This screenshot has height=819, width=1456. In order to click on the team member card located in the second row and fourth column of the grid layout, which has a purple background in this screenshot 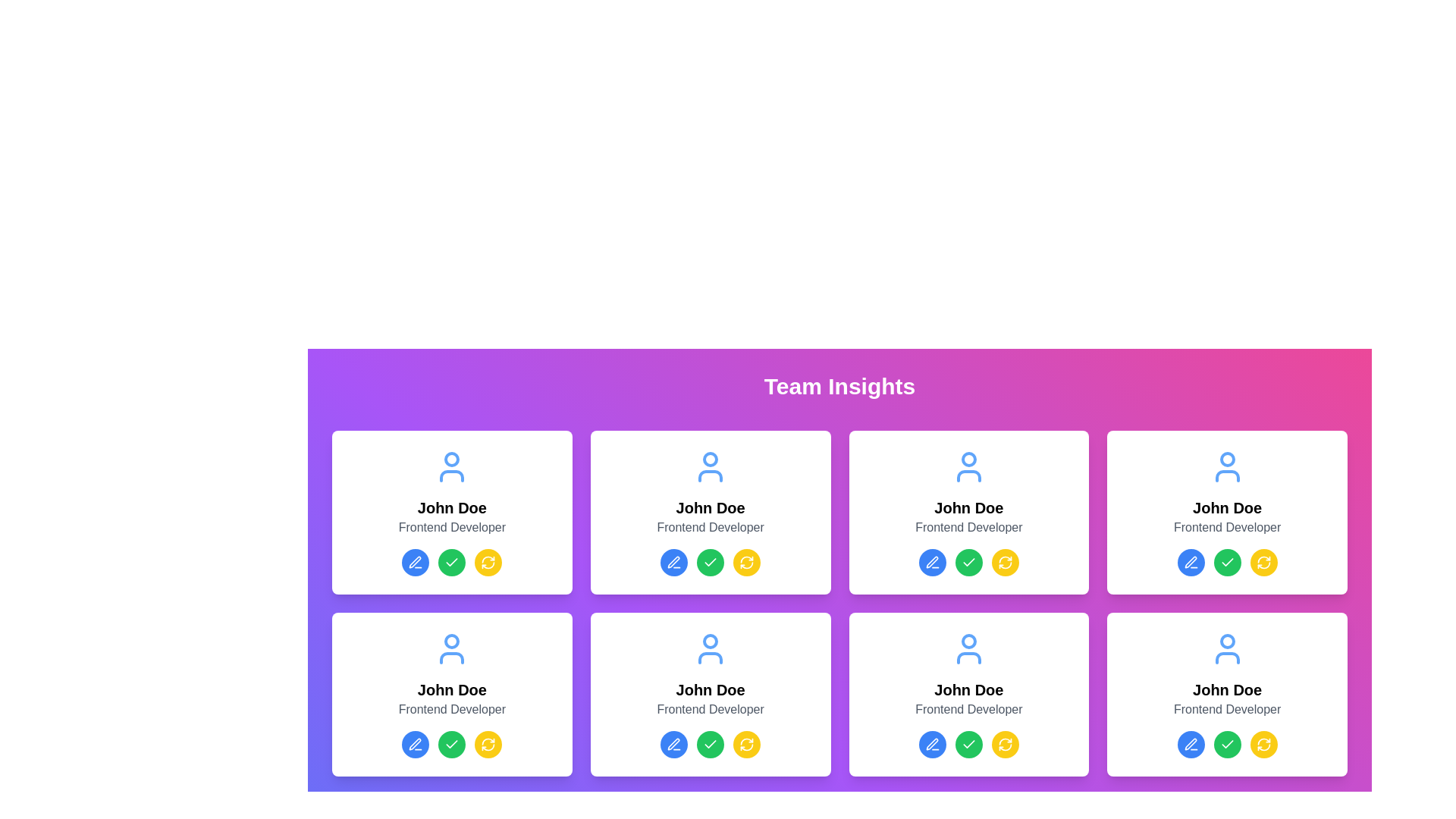, I will do `click(968, 694)`.